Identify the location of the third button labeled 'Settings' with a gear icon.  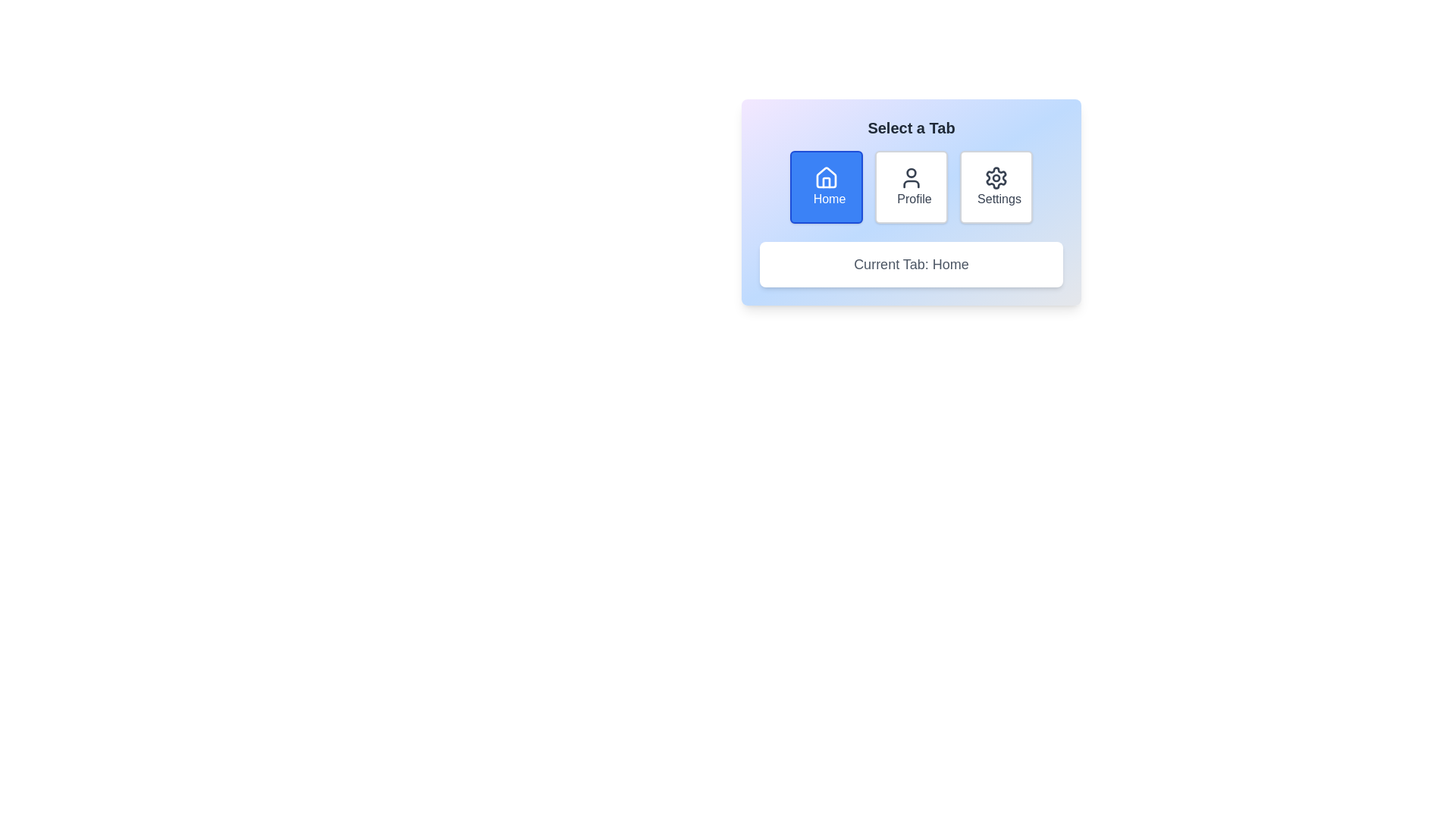
(996, 186).